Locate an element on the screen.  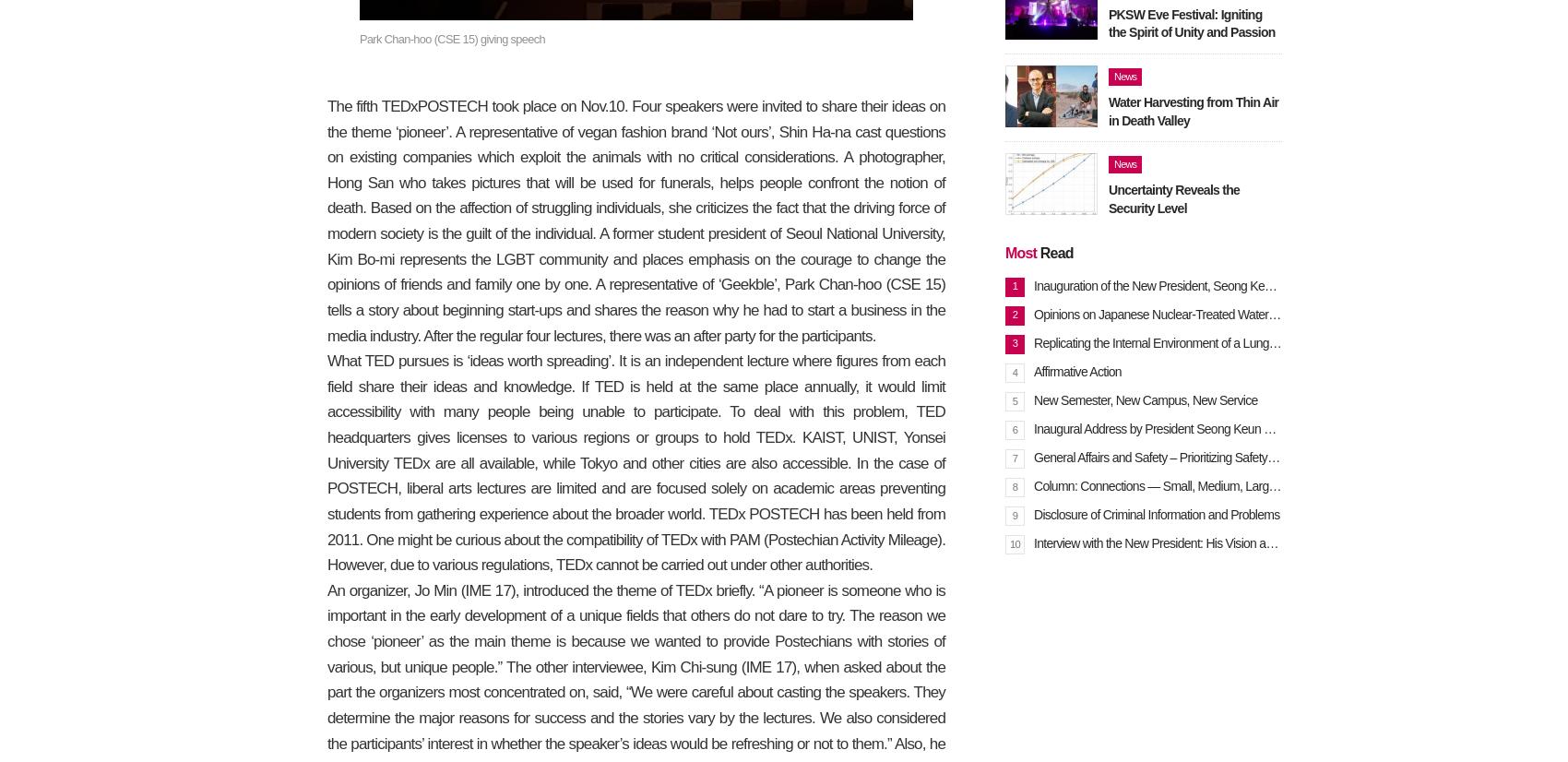
'Inauguration of the New President,  Seong Keun Kim' is located at coordinates (1166, 285).